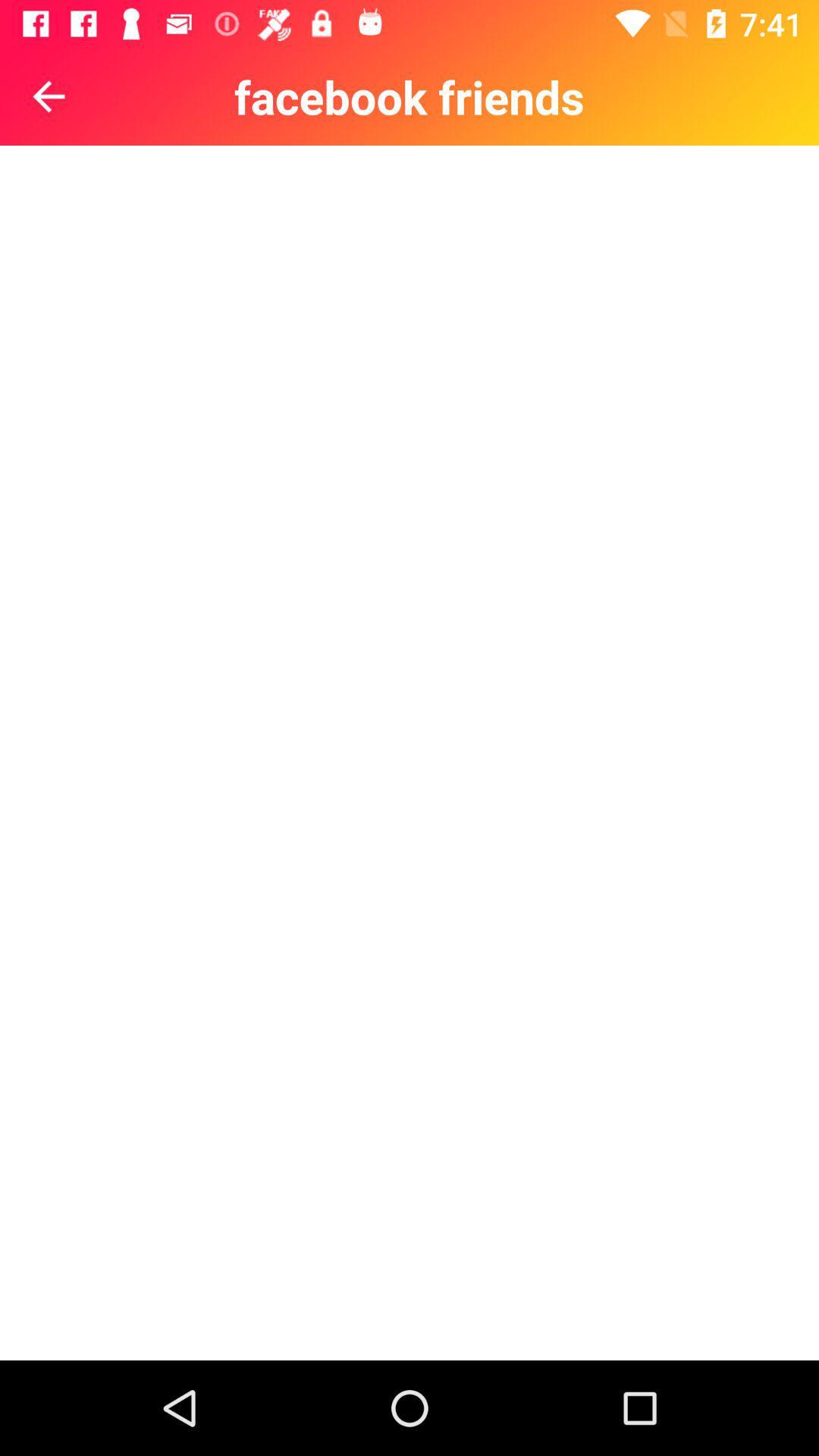 The image size is (819, 1456). I want to click on the item at the top left corner, so click(48, 96).